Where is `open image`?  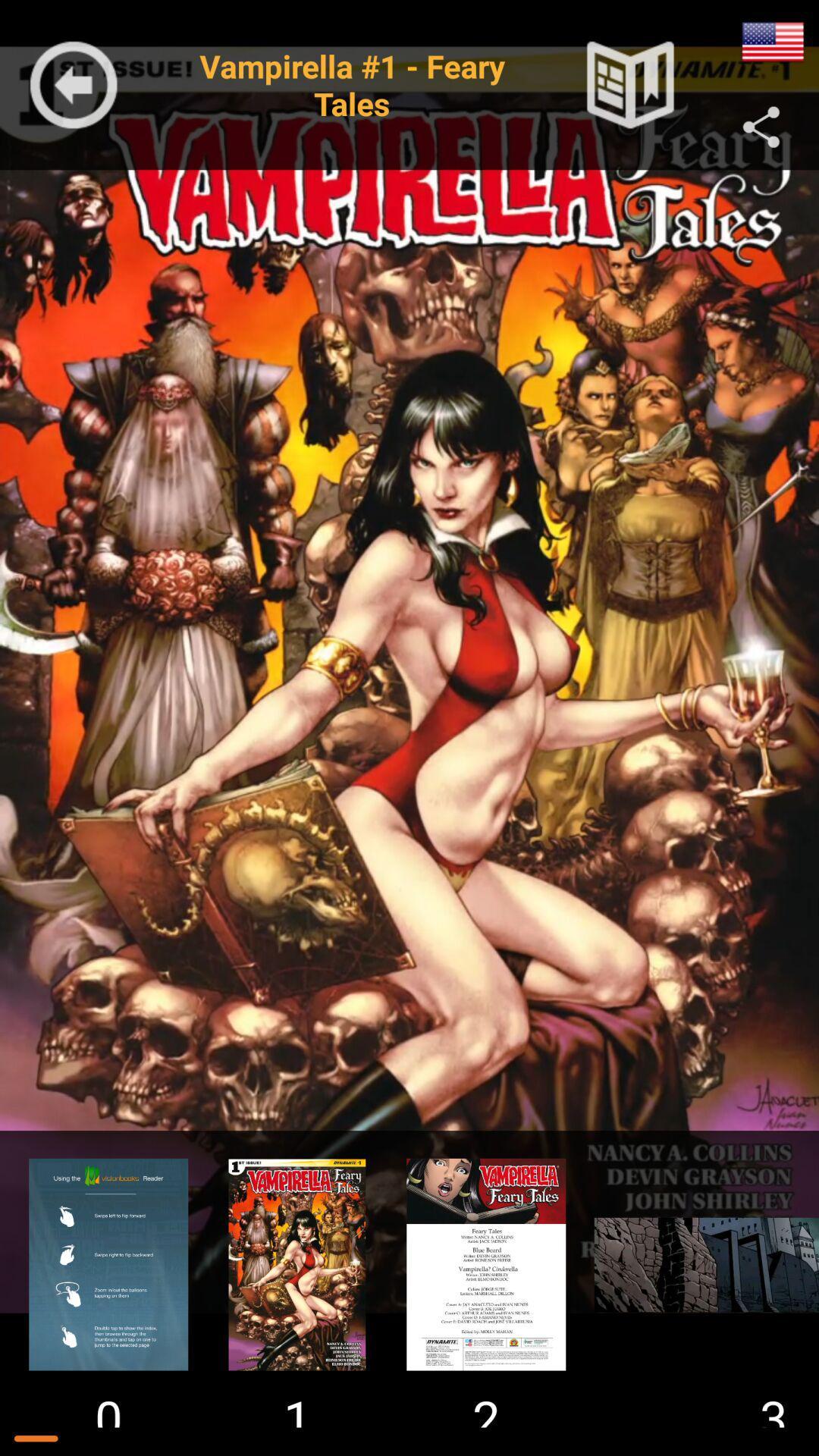 open image is located at coordinates (486, 1264).